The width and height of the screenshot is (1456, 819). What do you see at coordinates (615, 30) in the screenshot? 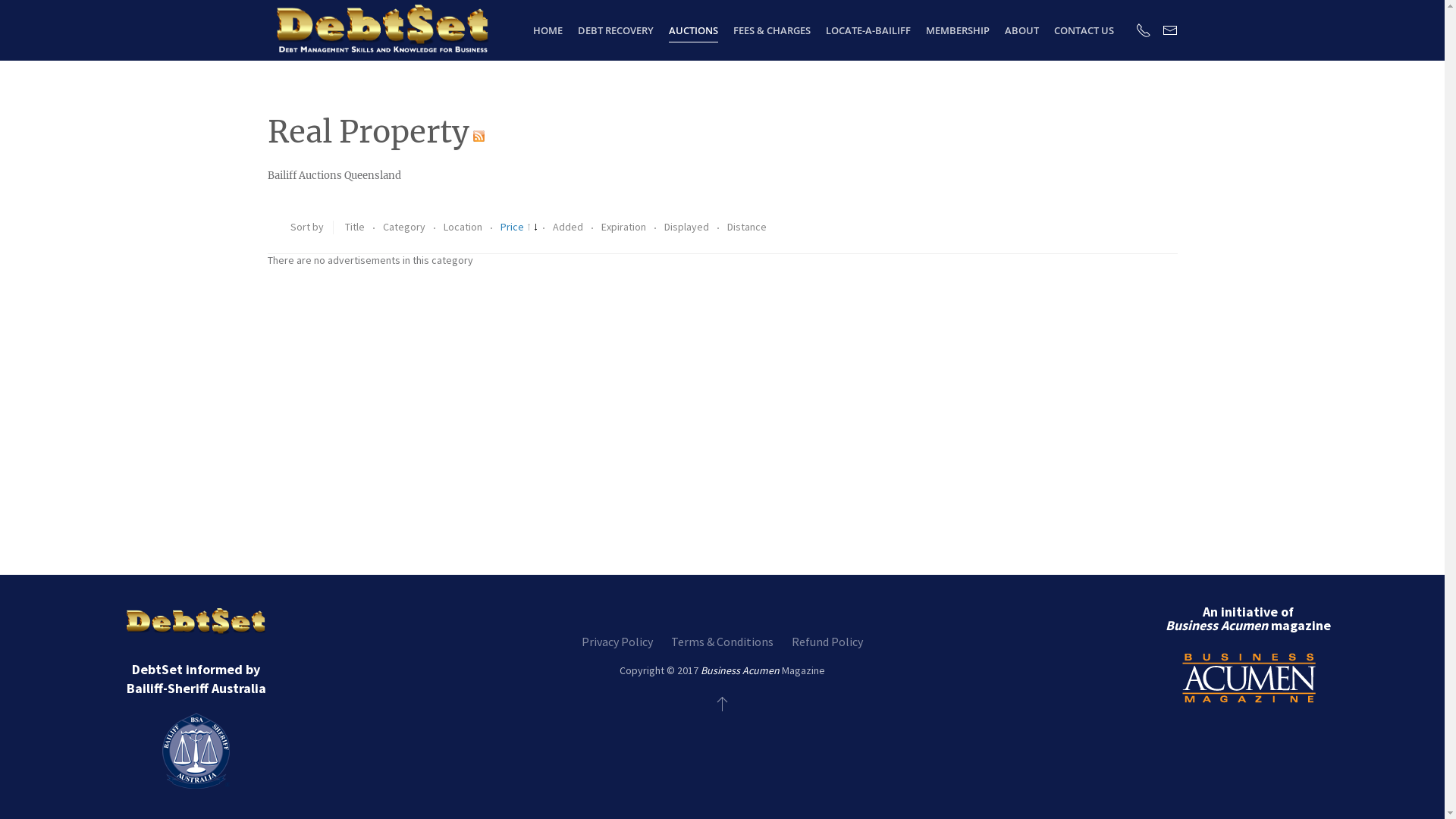
I see `'DEBT RECOVERY'` at bounding box center [615, 30].